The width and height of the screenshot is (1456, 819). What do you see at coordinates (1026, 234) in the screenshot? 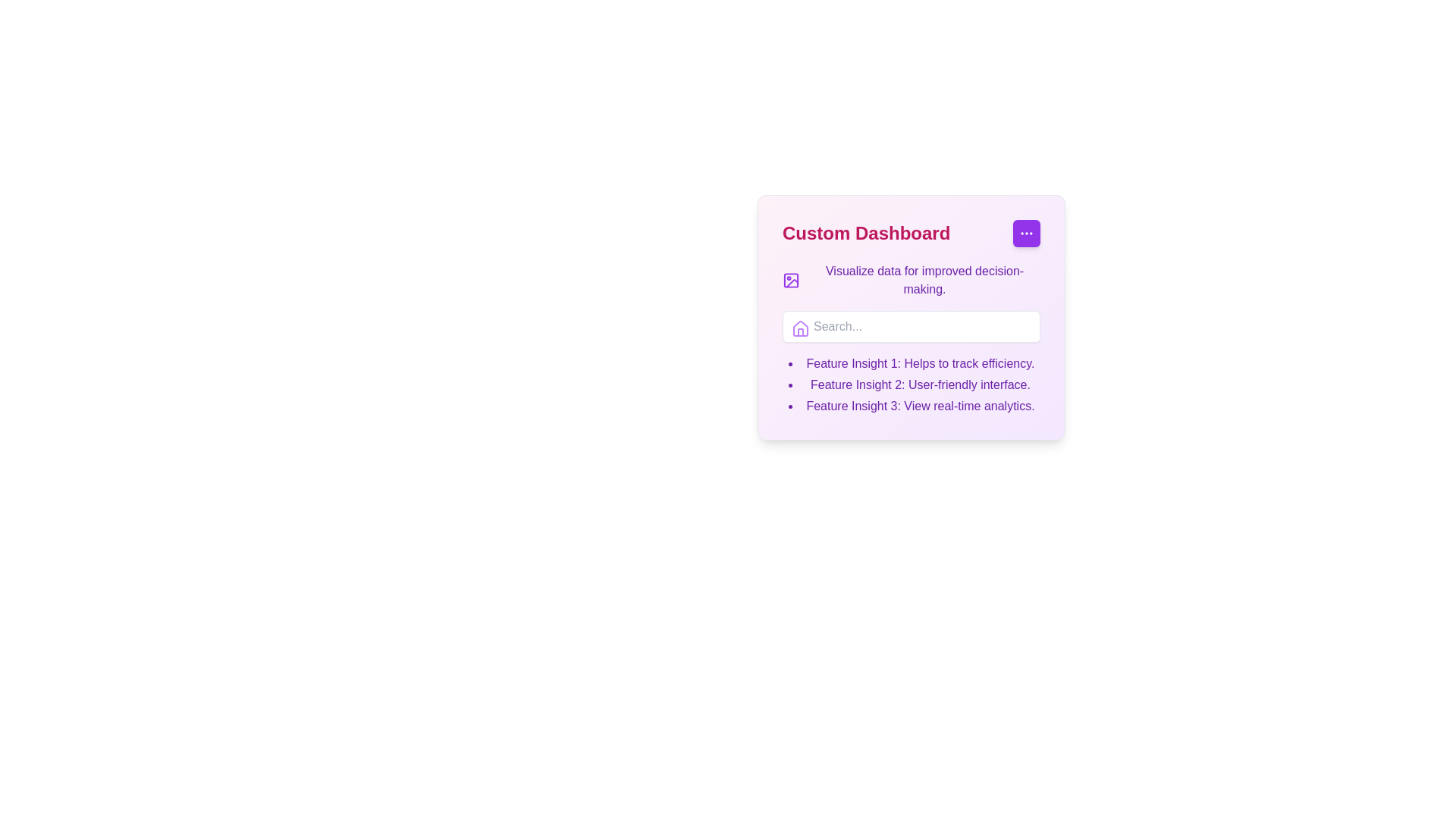
I see `the small, square button with a purple background and white ellipsis icon in the top right corner of the 'Custom Dashboard' panel to trigger a tooltip` at bounding box center [1026, 234].